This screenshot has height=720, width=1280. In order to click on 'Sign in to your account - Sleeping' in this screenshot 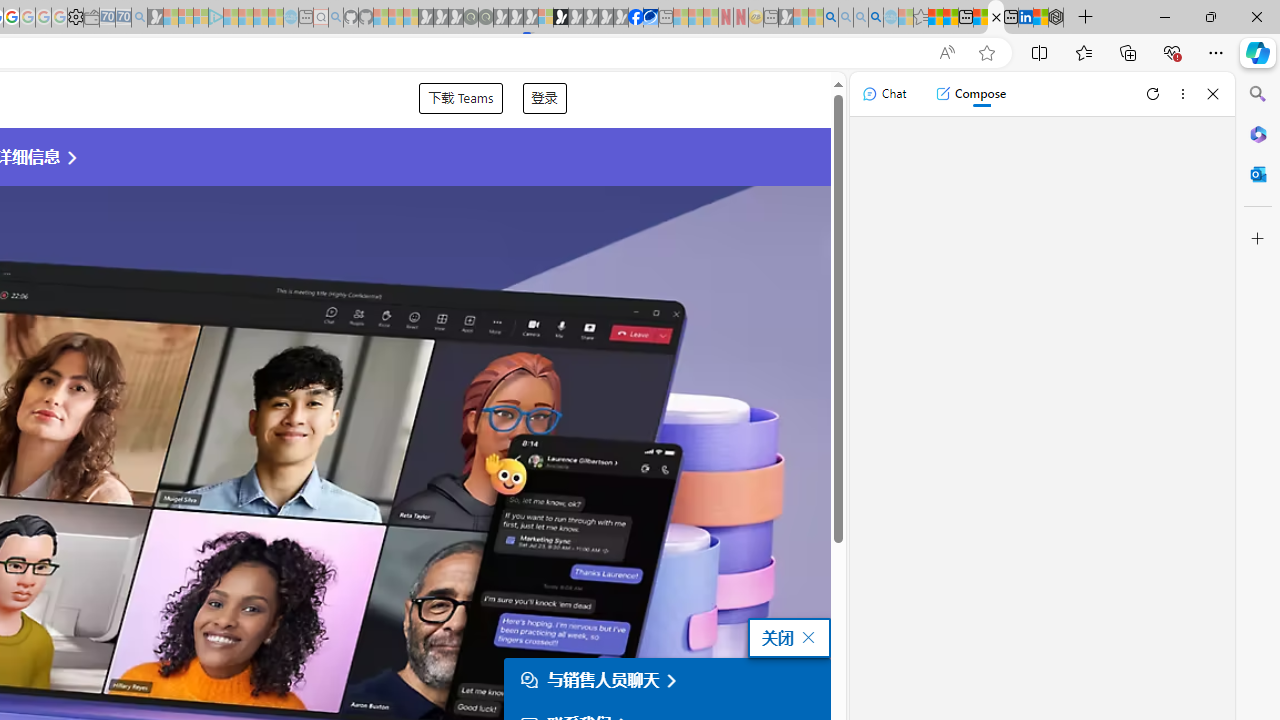, I will do `click(545, 17)`.